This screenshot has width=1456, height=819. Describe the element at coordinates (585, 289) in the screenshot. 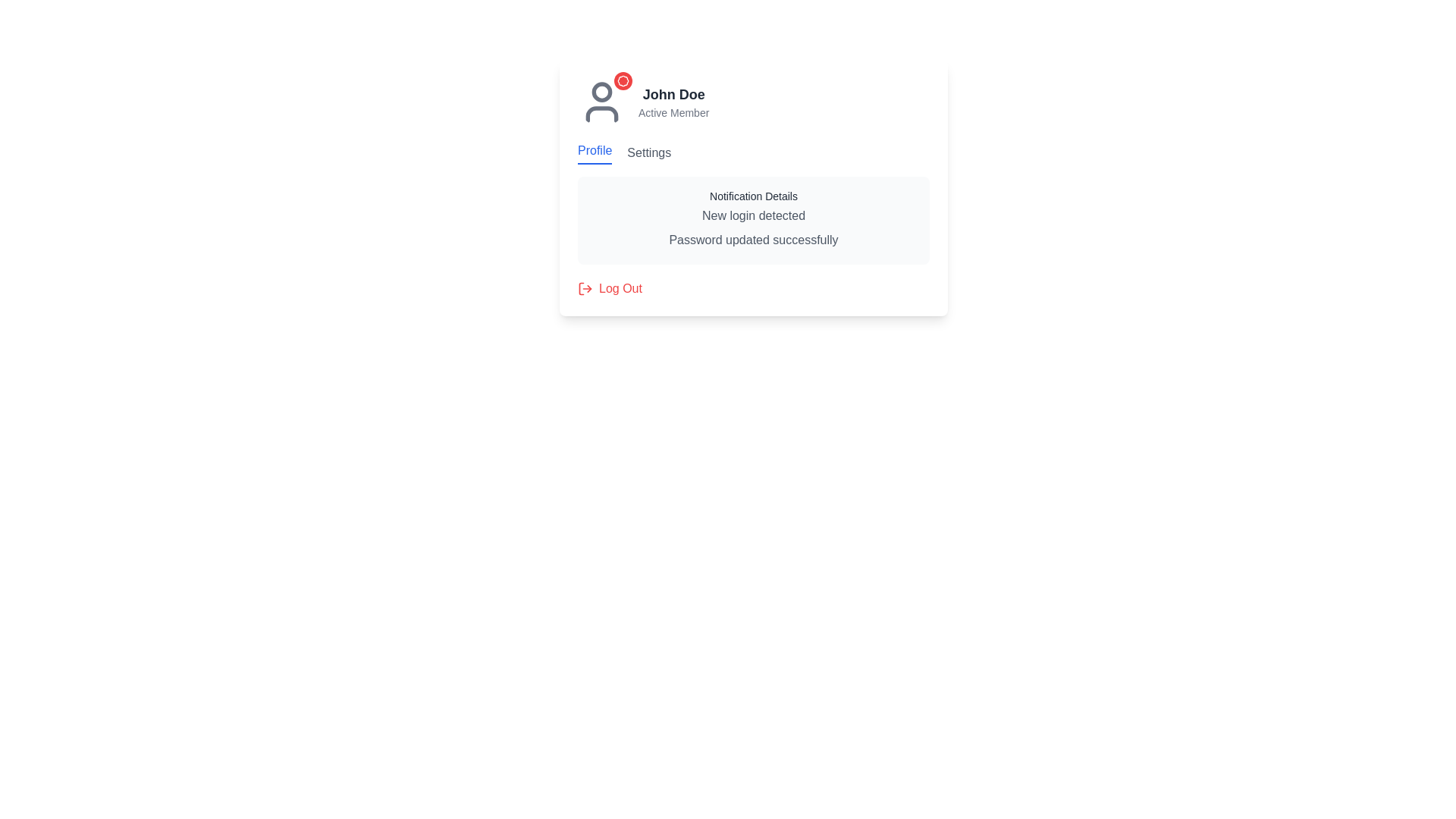

I see `the logout icon, which is a minimalist design featuring a right-arrow pointing towards an open doorway, located at the bottom-left corner of the card interface, preceding the text label 'Log Out'` at that location.